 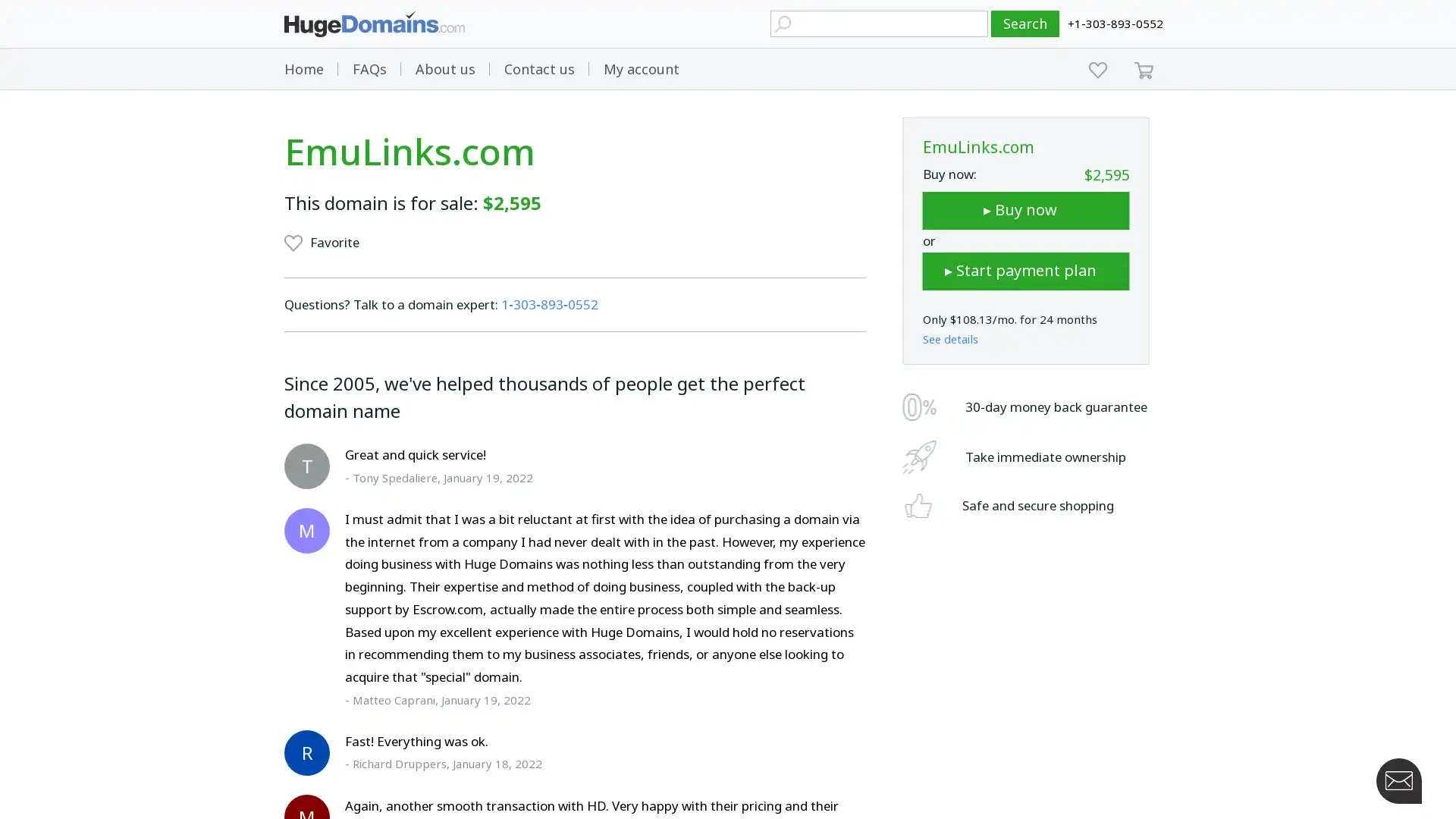 What do you see at coordinates (1025, 24) in the screenshot?
I see `Search` at bounding box center [1025, 24].